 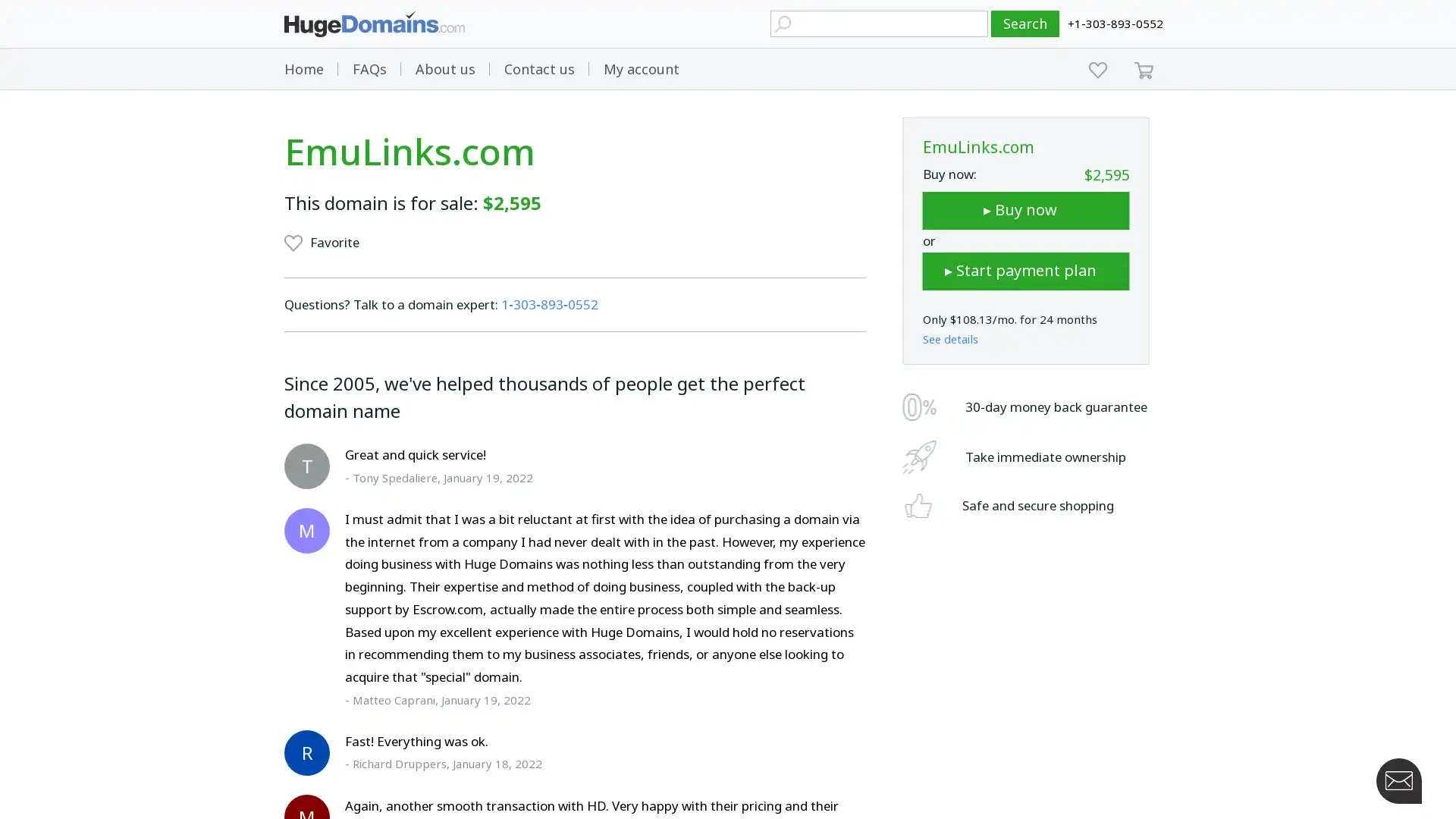 What do you see at coordinates (1025, 24) in the screenshot?
I see `Search` at bounding box center [1025, 24].